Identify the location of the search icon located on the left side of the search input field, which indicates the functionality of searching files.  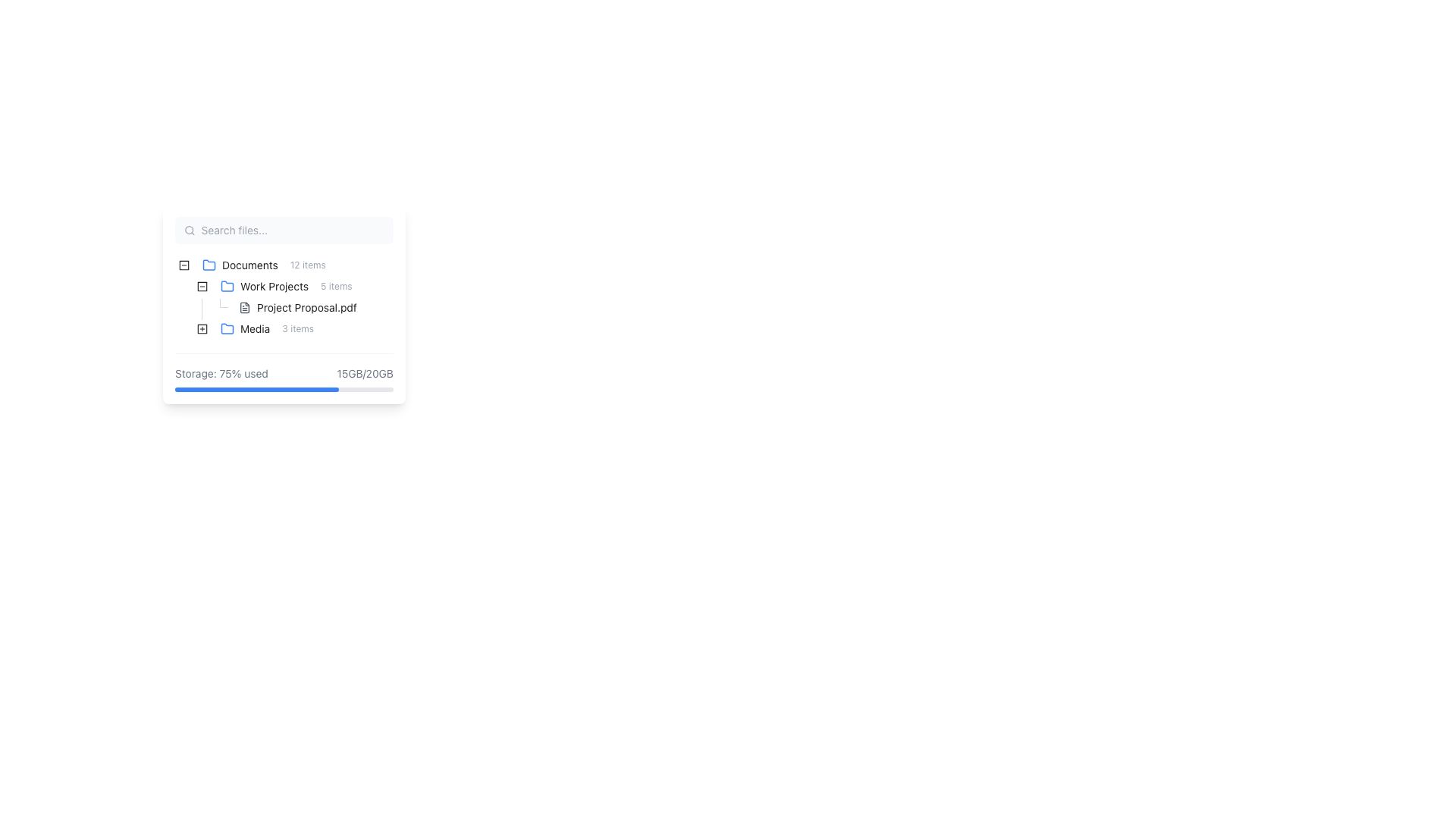
(189, 231).